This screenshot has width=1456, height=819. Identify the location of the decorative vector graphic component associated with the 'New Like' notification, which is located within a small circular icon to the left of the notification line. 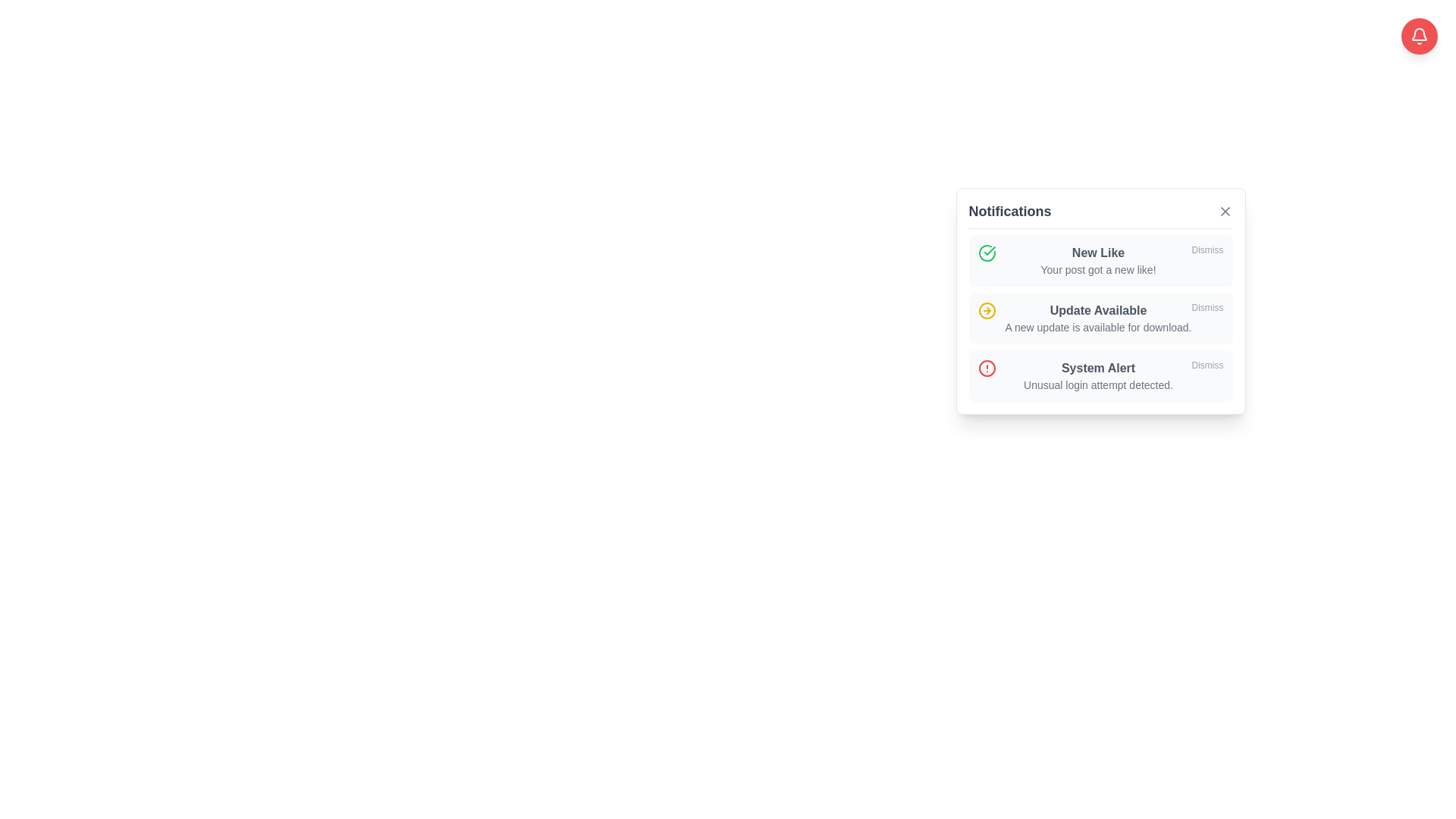
(990, 250).